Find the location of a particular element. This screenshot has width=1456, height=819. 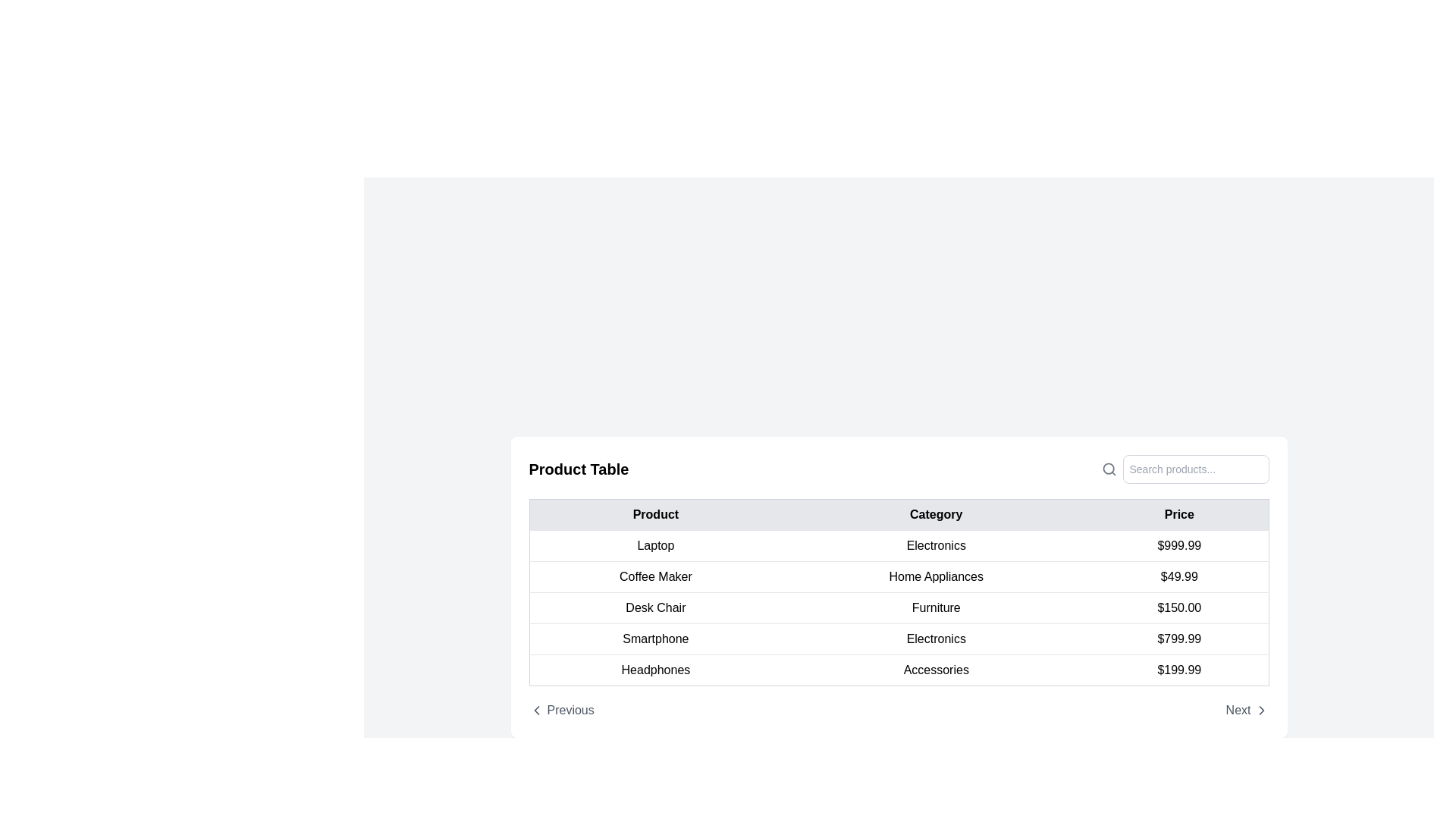

the product name text displayed in the last row of the table under the 'Product' column is located at coordinates (655, 669).